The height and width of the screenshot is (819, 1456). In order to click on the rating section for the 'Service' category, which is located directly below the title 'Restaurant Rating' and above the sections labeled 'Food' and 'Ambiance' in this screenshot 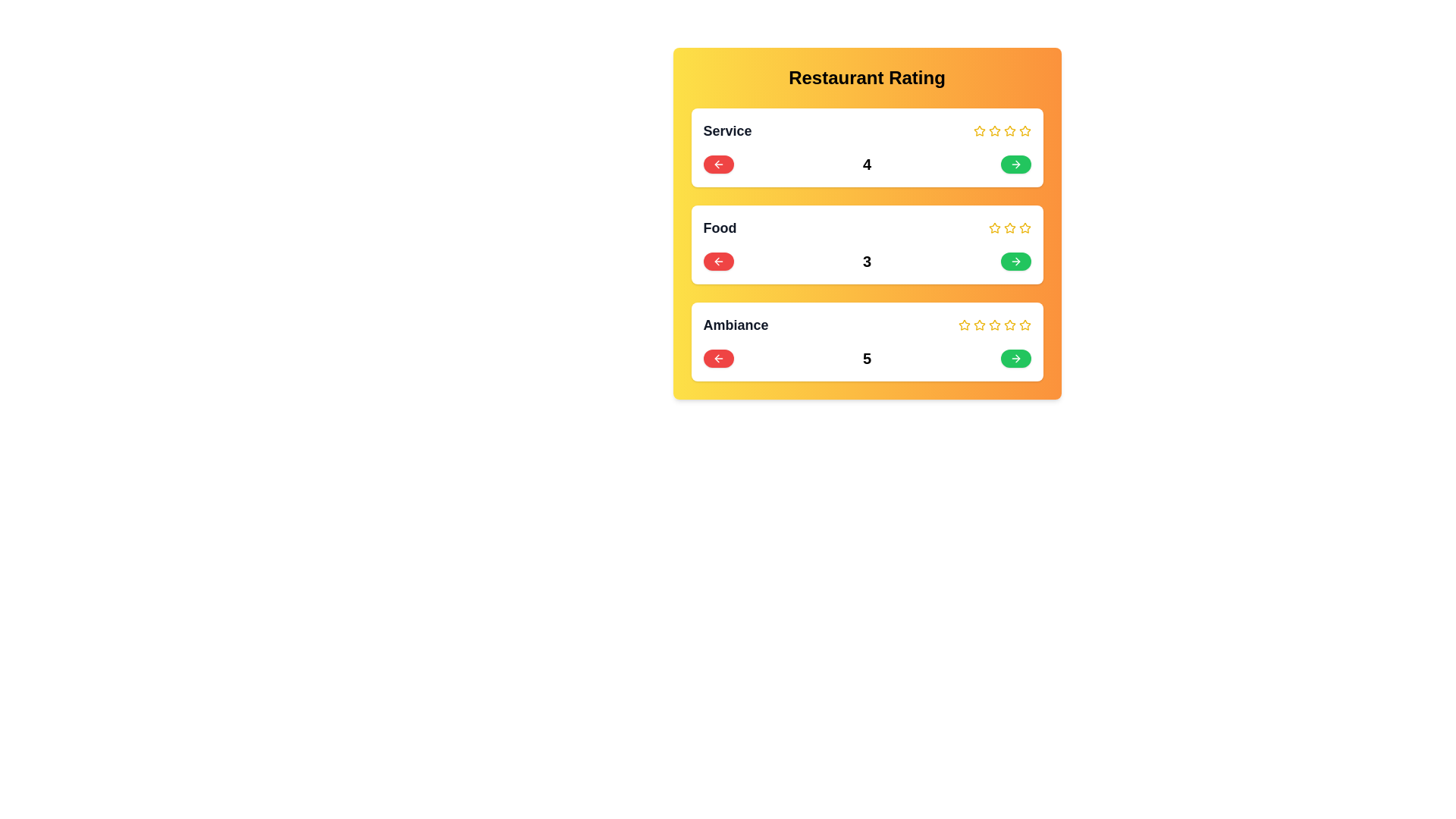, I will do `click(867, 148)`.